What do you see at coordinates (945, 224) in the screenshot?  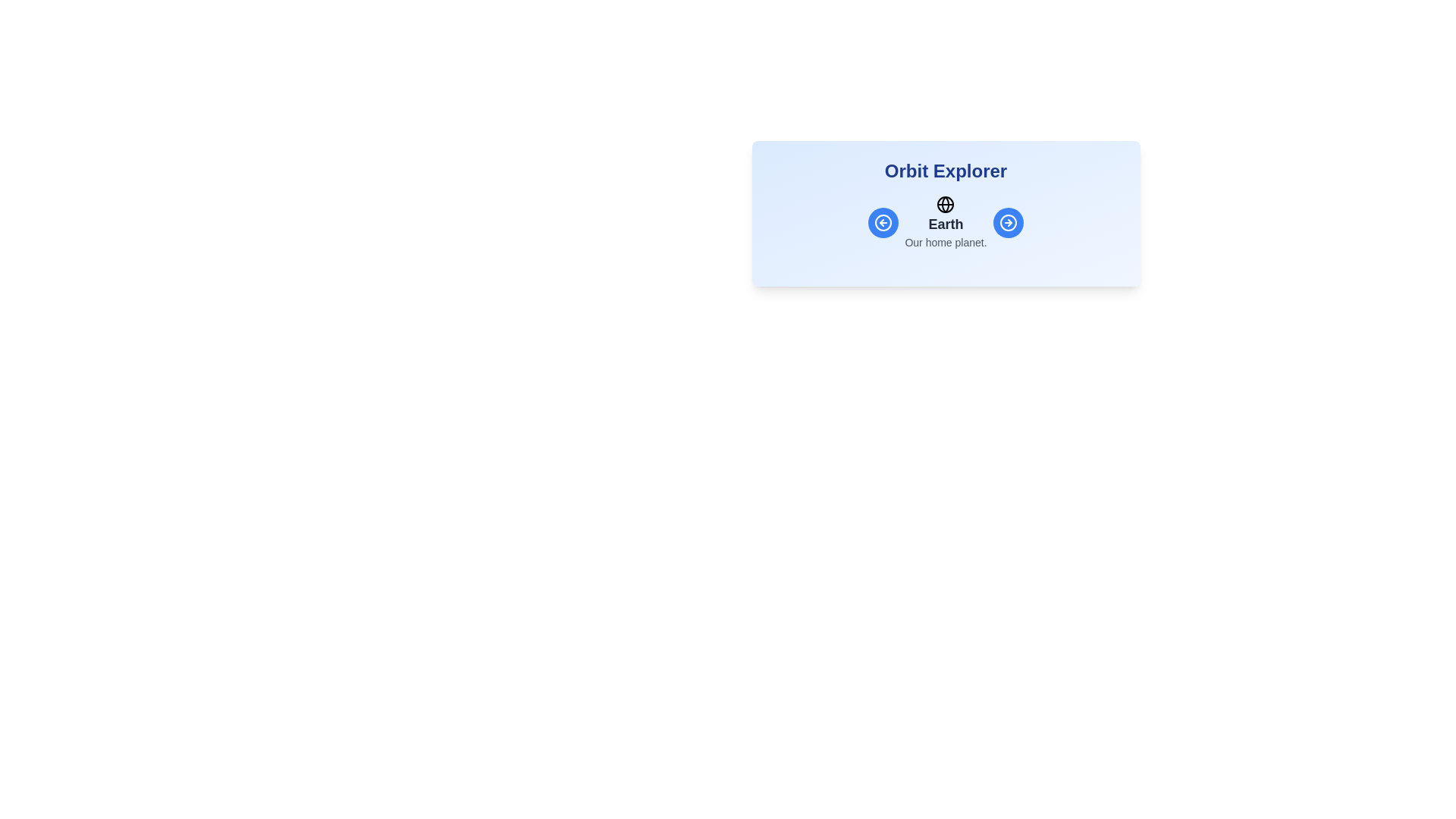 I see `text content of the bold label displaying 'Earth', which is centrally positioned above the description 'Our home planet.'` at bounding box center [945, 224].